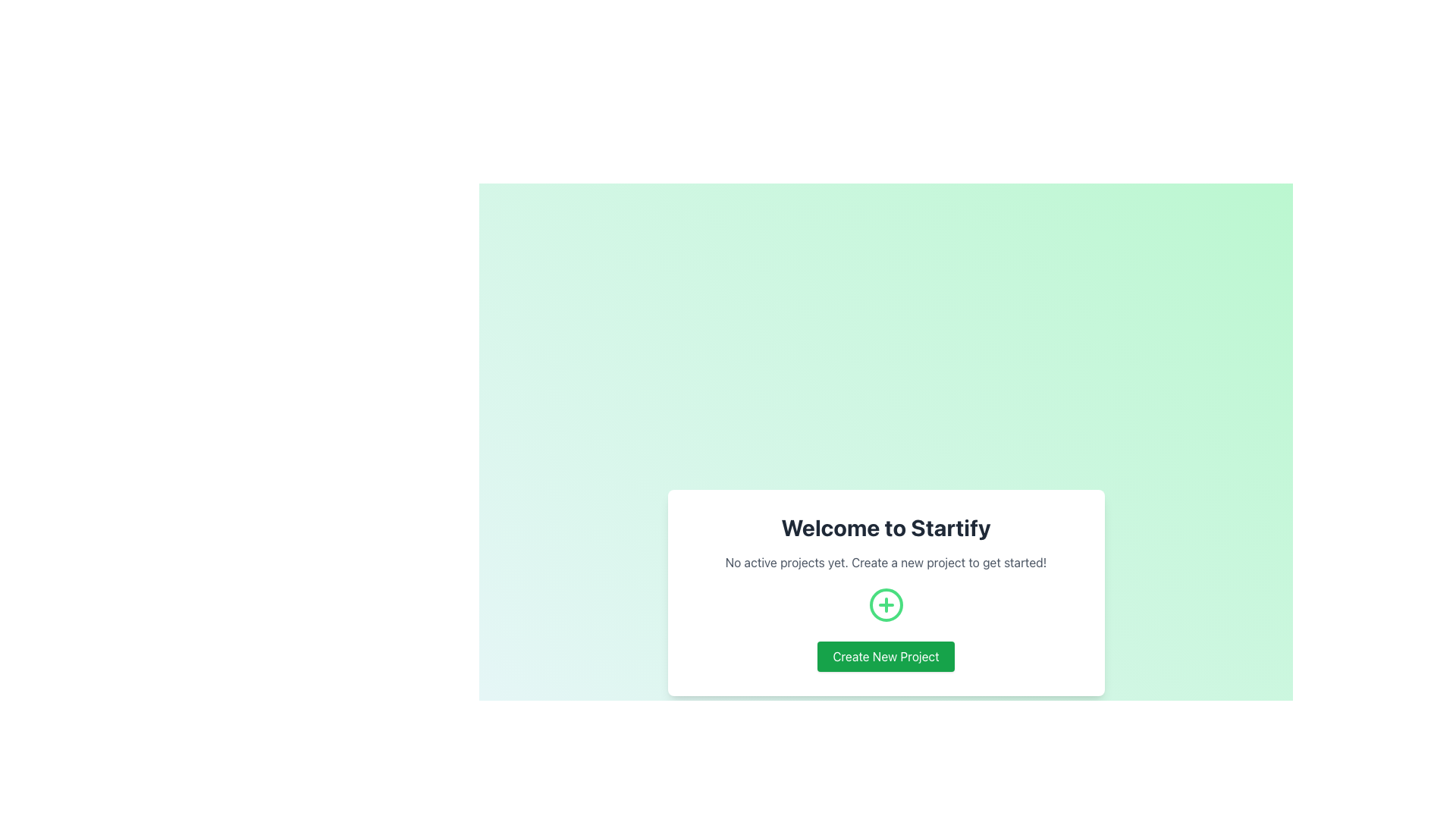  I want to click on the 'Create New Project' button located at the bottom center of the 'Welcome, so click(886, 656).